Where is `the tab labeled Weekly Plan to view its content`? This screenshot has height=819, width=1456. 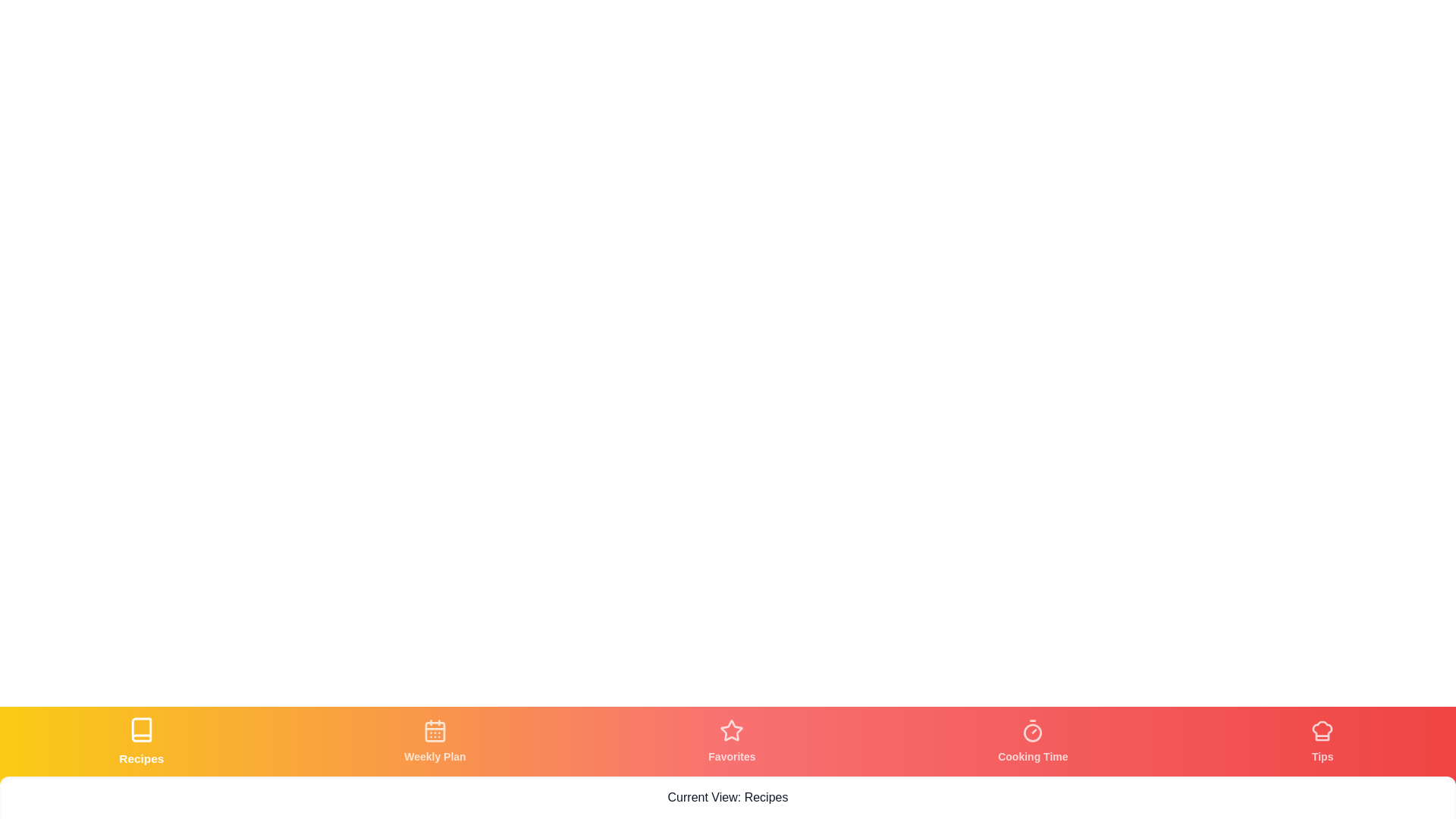 the tab labeled Weekly Plan to view its content is located at coordinates (433, 741).